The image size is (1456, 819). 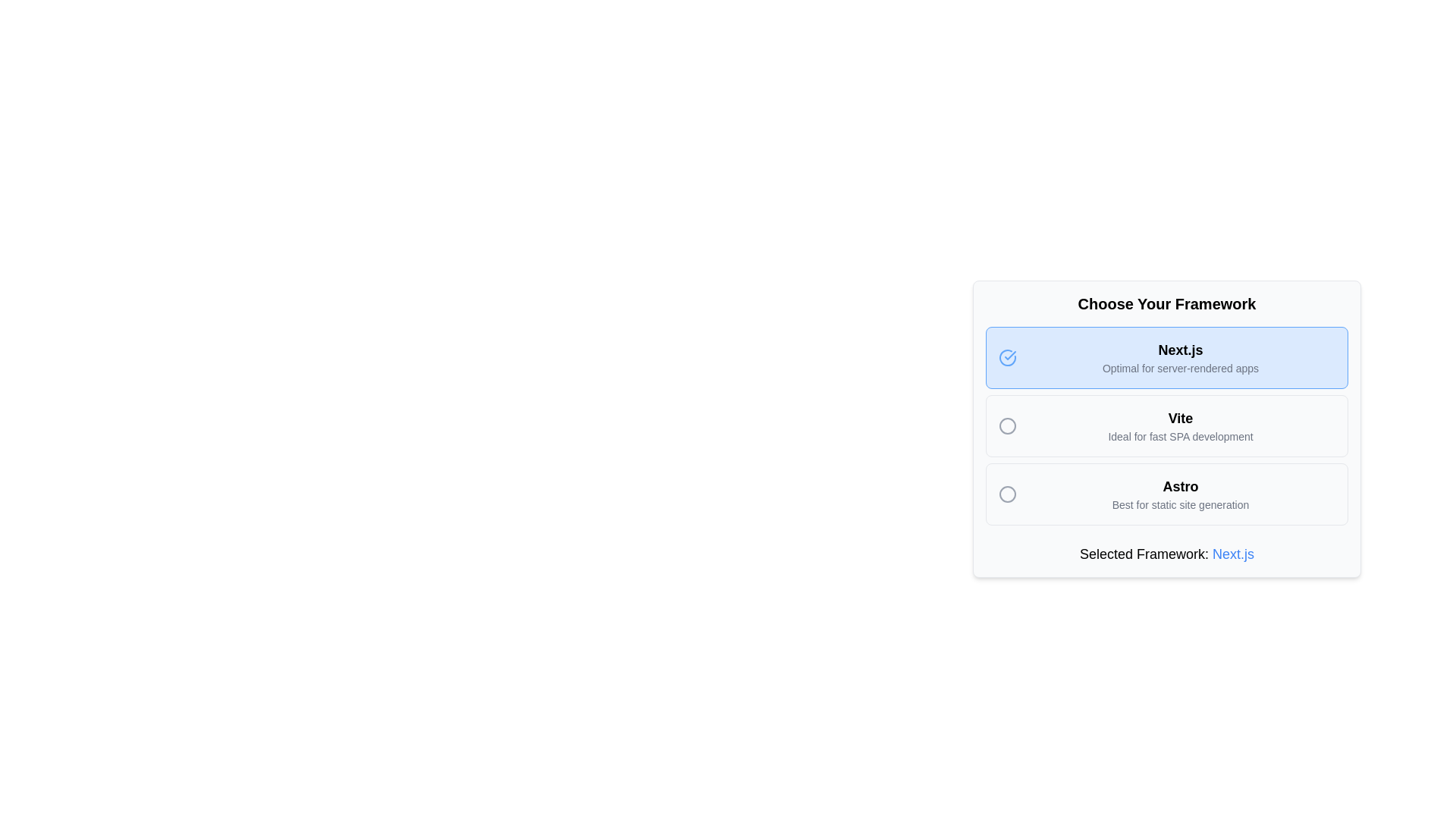 What do you see at coordinates (1008, 357) in the screenshot?
I see `the blue circular icon with a checkmark inside it, located at the top-left corner of the 'Next.js' option card` at bounding box center [1008, 357].